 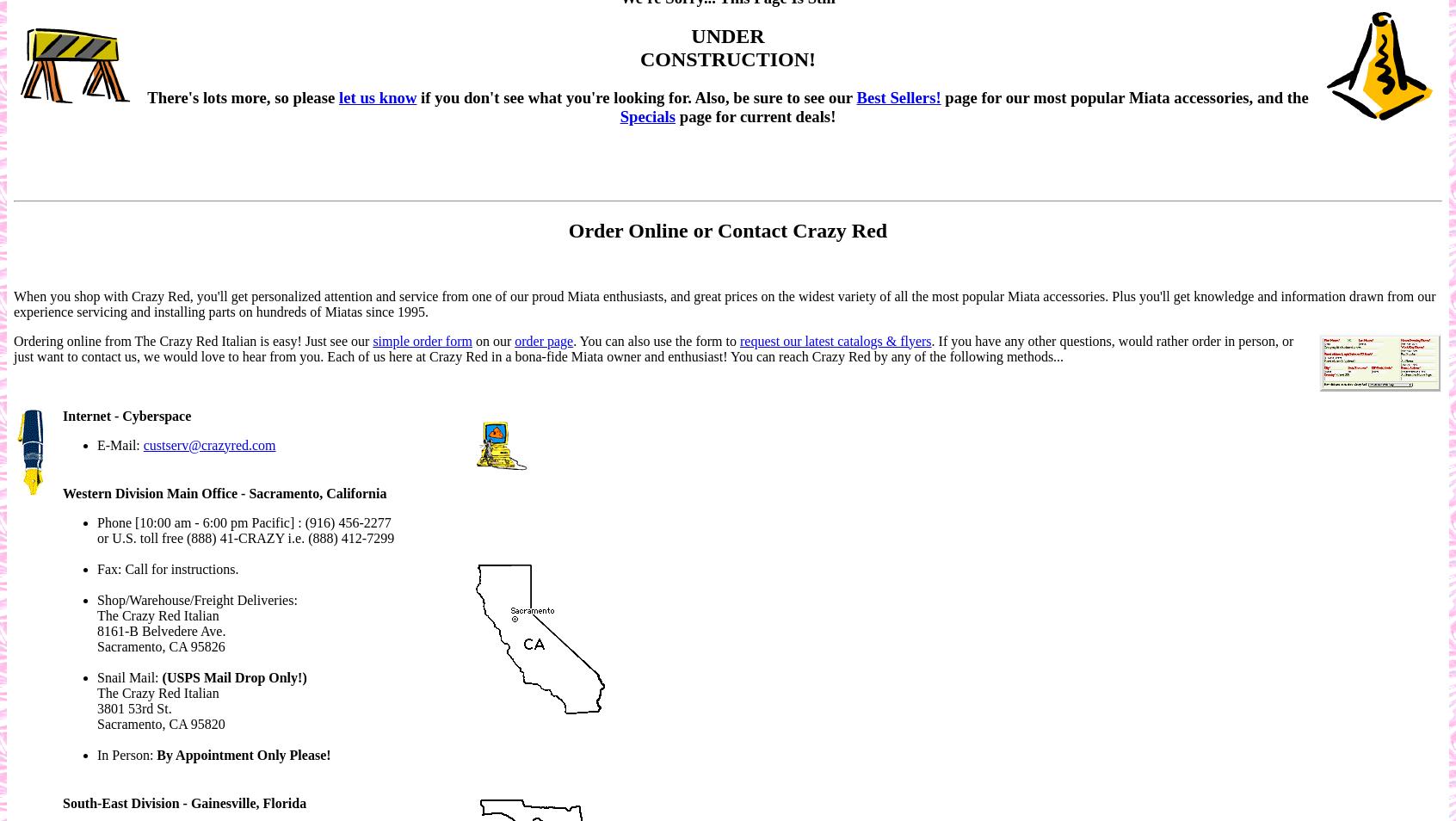 What do you see at coordinates (193, 340) in the screenshot?
I see `'Ordering 
  online from The Crazy Red Italian is easy! Just see our'` at bounding box center [193, 340].